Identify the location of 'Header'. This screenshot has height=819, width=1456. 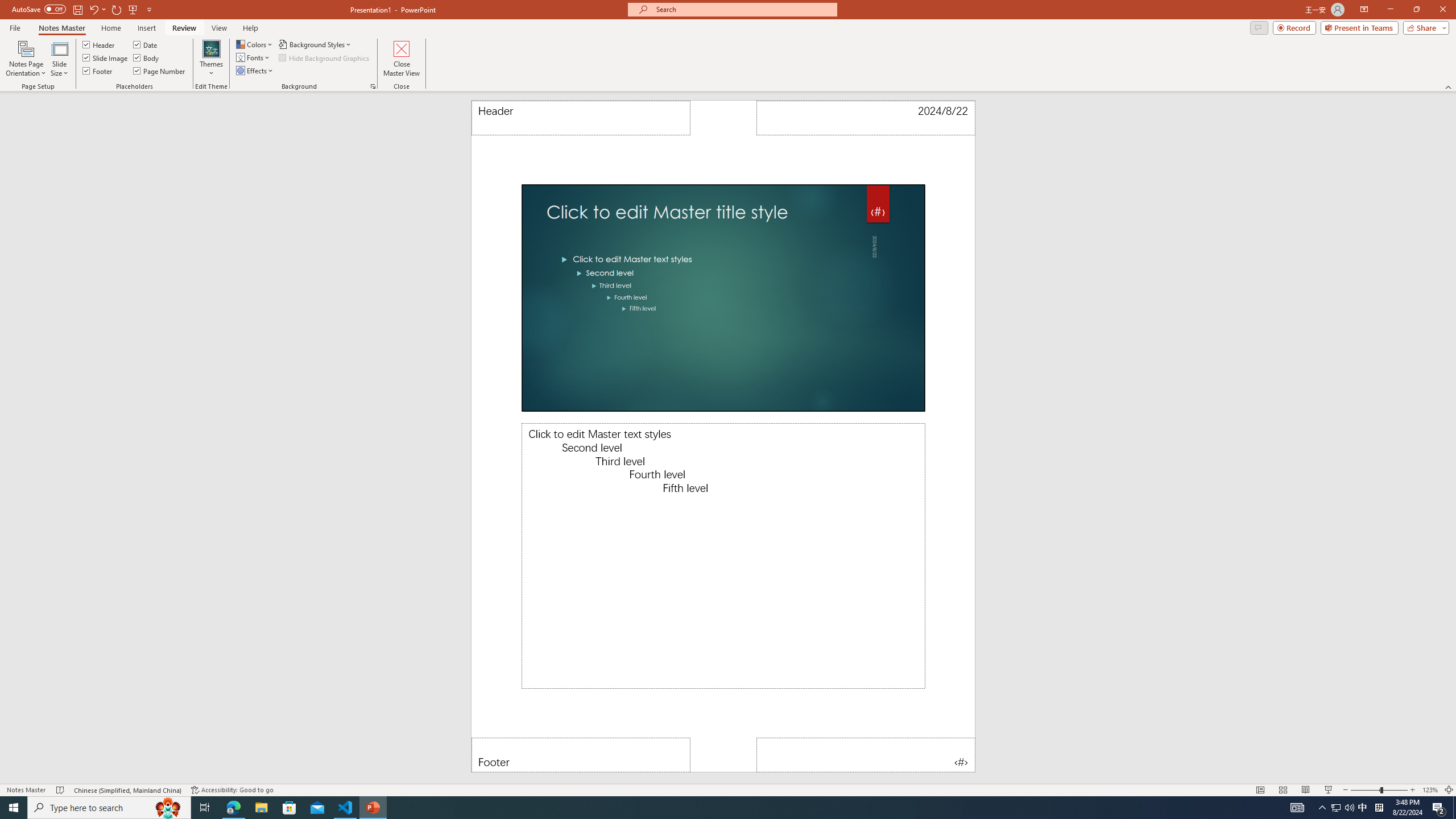
(580, 117).